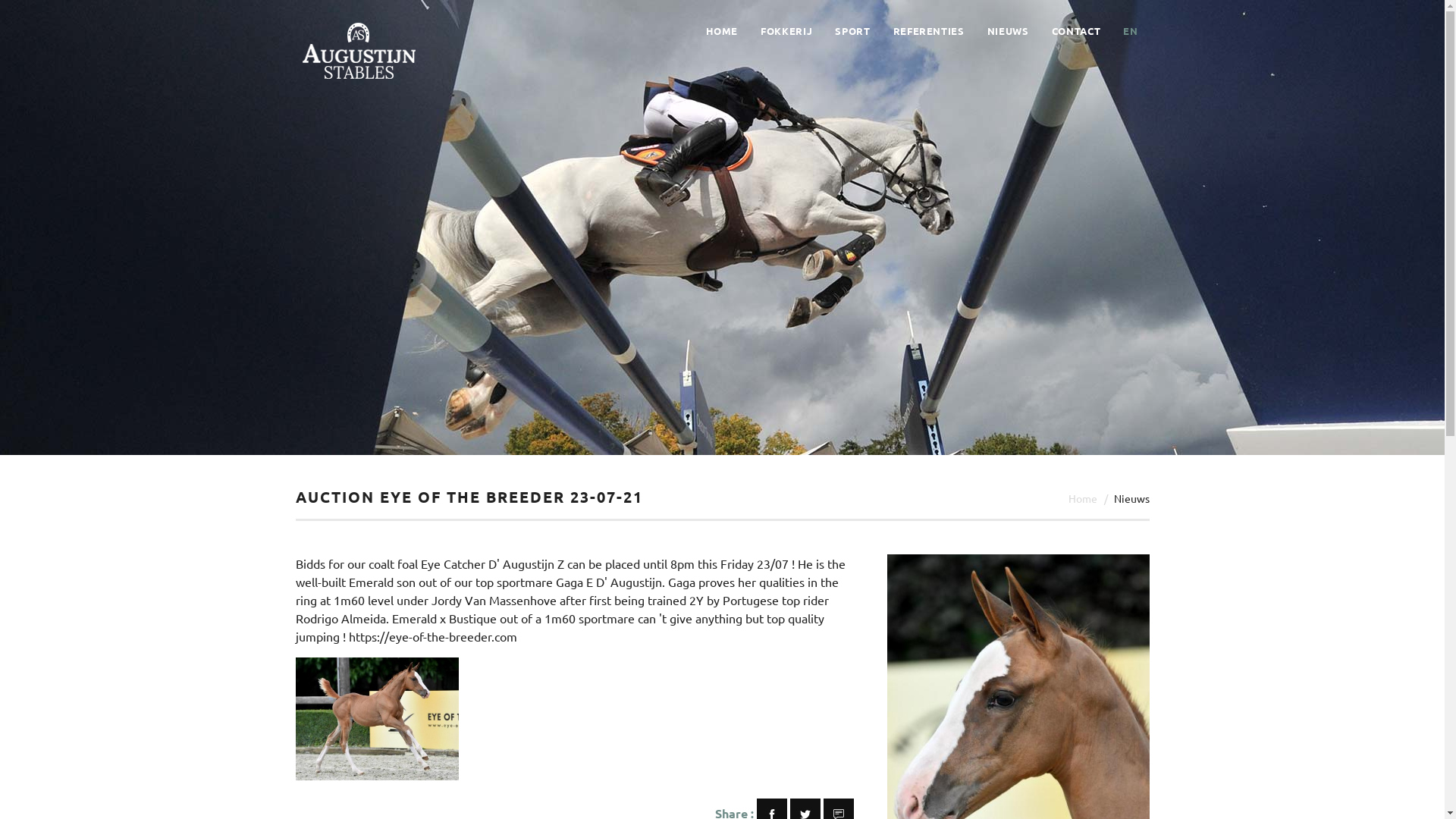 The width and height of the screenshot is (1456, 819). I want to click on 'FOKKERIJ', so click(786, 31).